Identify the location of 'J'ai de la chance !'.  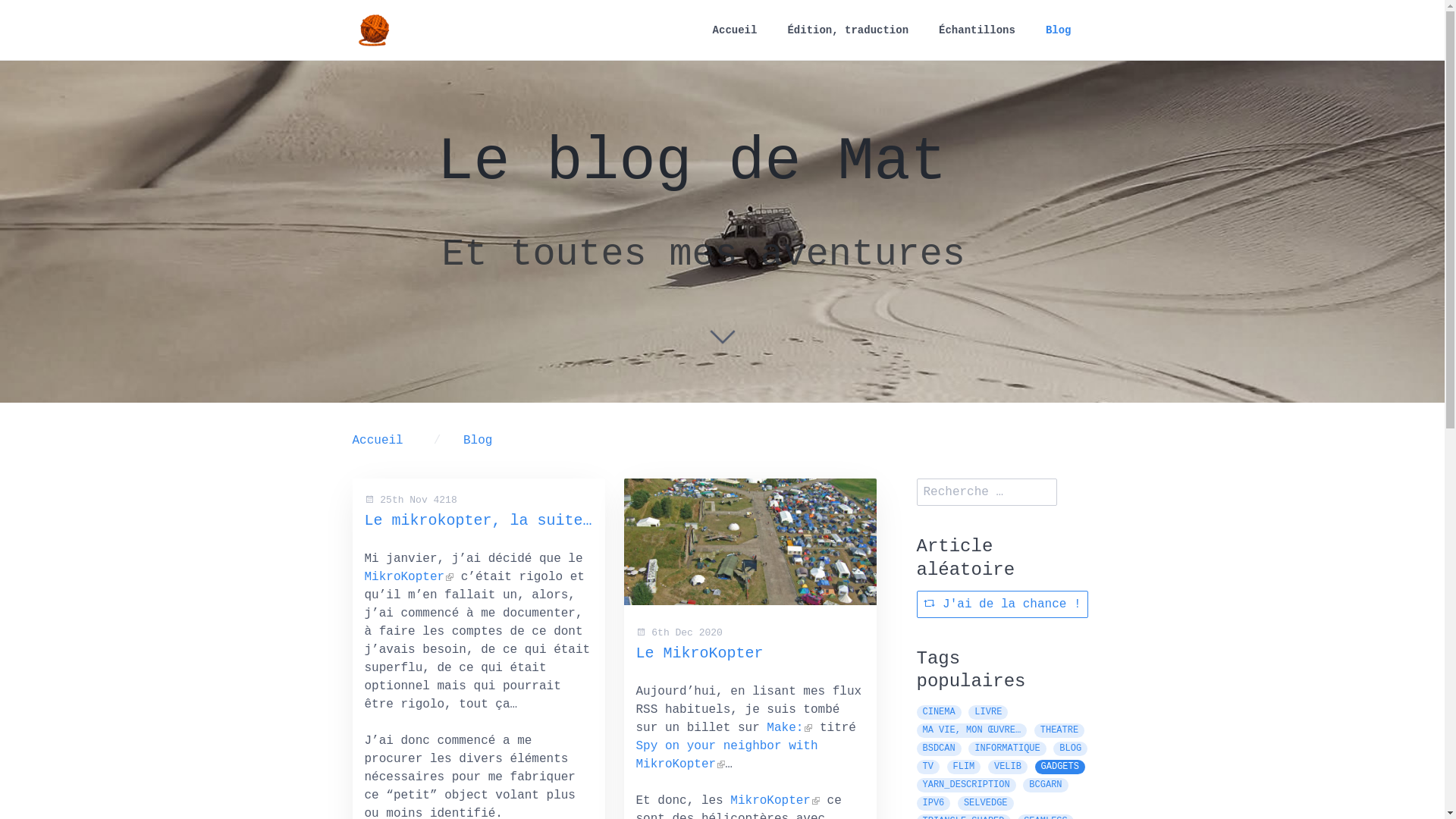
(1001, 604).